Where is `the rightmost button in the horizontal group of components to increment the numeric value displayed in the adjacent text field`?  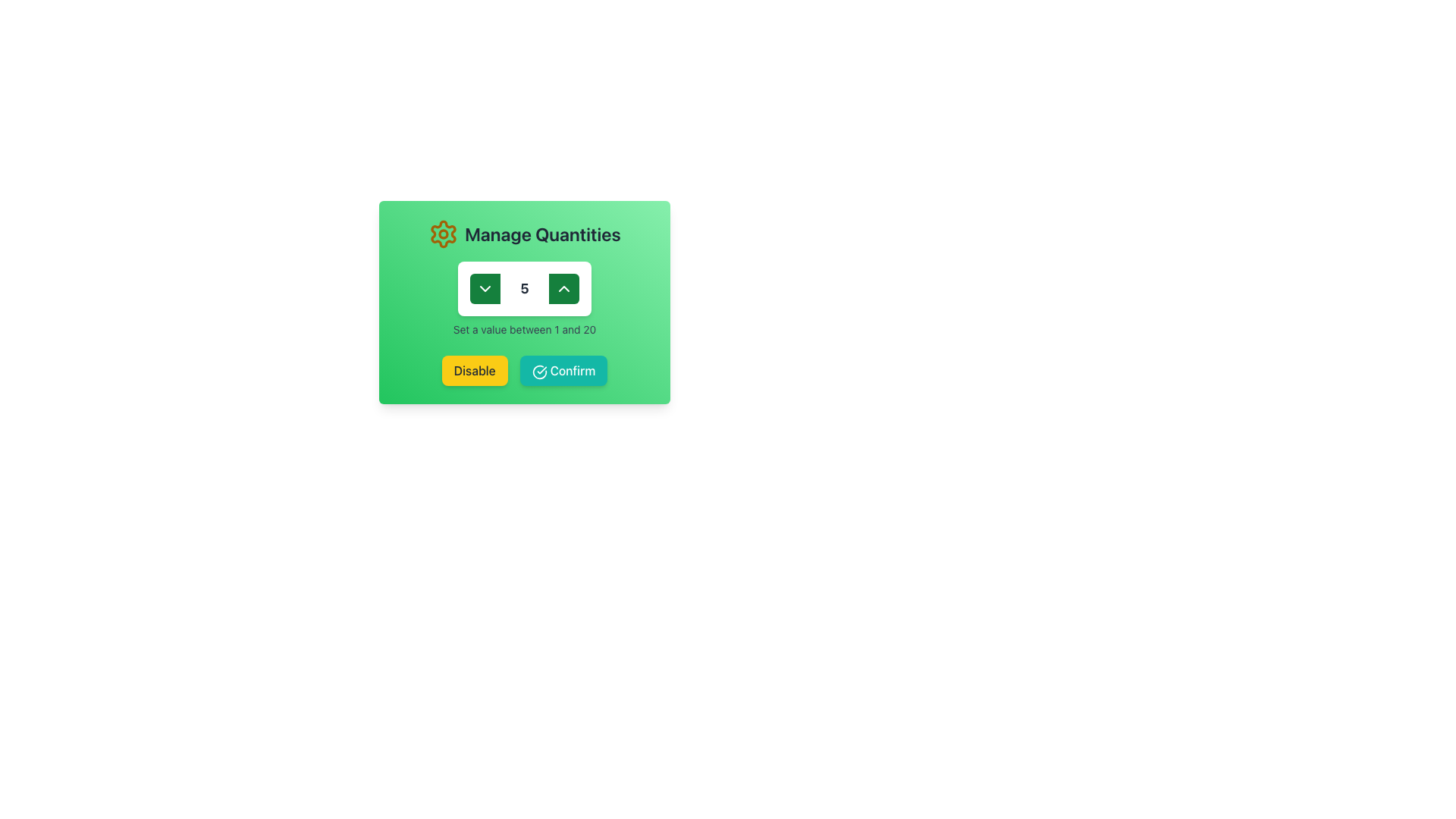 the rightmost button in the horizontal group of components to increment the numeric value displayed in the adjacent text field is located at coordinates (563, 289).